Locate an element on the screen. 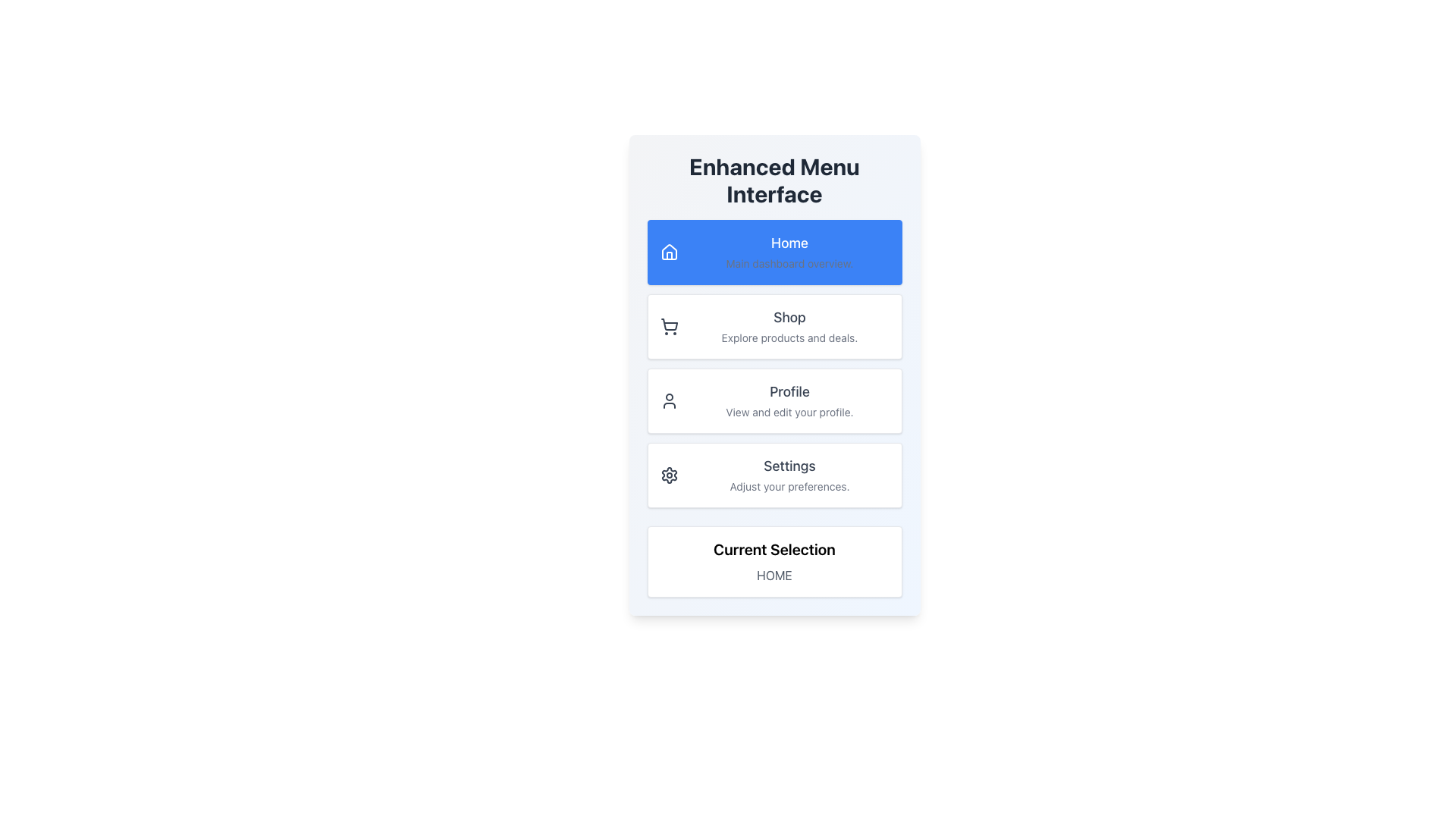  the descriptive text label element located below the 'Settings' title, which clarifies the section's purpose is located at coordinates (789, 486).